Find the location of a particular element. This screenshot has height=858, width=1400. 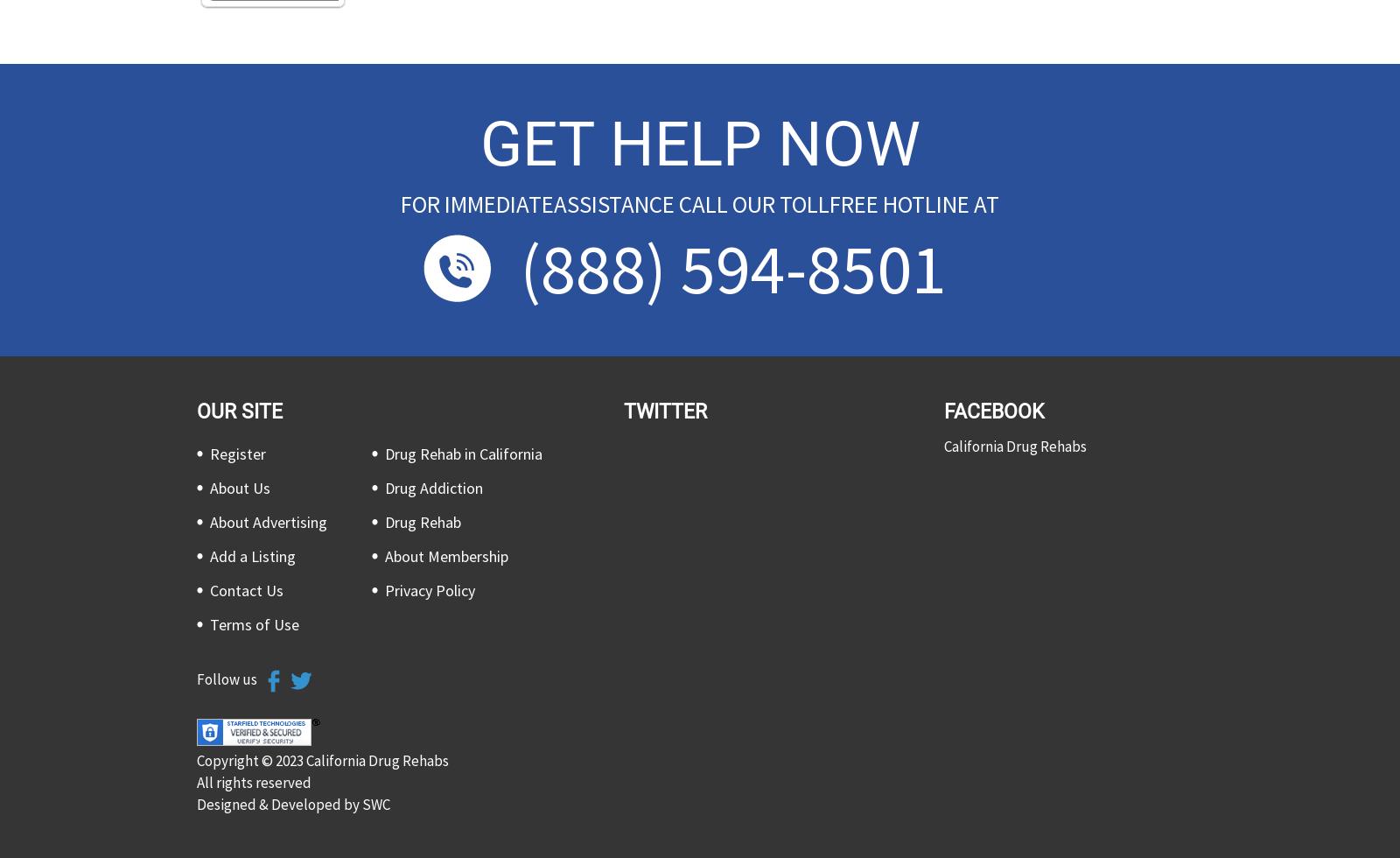

'All rights reserved' is located at coordinates (254, 781).